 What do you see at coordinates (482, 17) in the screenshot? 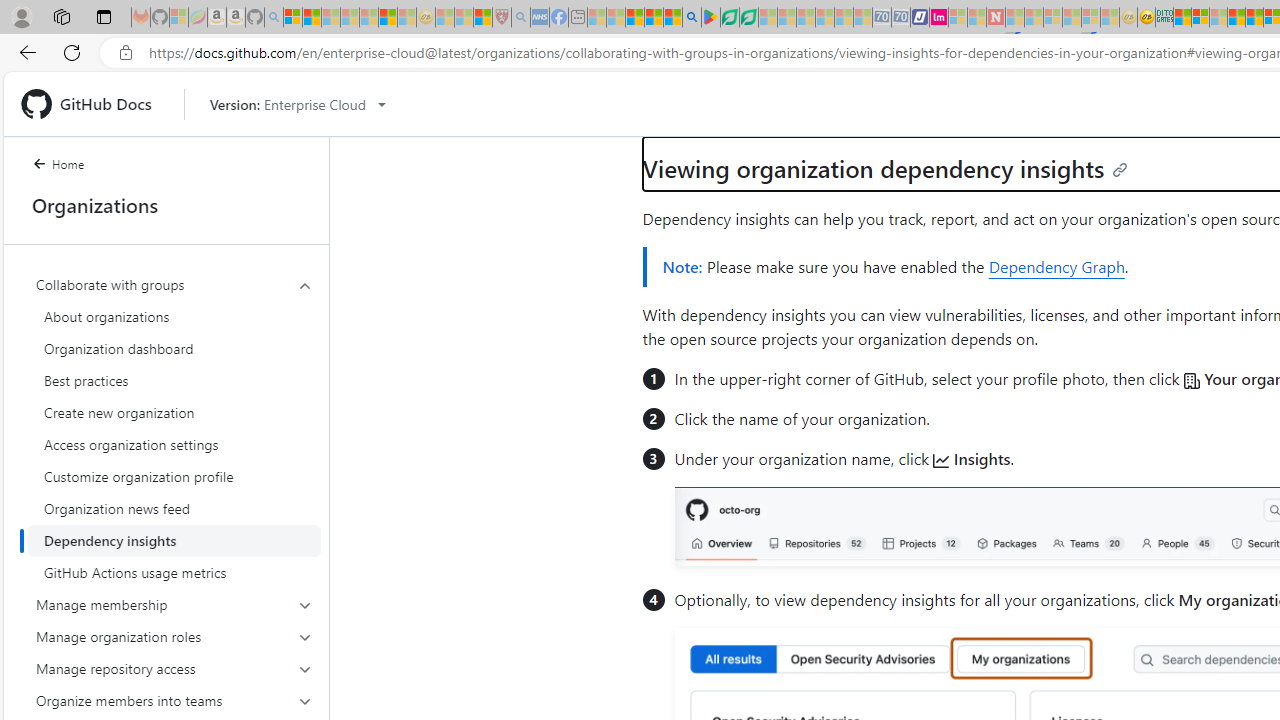
I see `'Local - MSN'` at bounding box center [482, 17].